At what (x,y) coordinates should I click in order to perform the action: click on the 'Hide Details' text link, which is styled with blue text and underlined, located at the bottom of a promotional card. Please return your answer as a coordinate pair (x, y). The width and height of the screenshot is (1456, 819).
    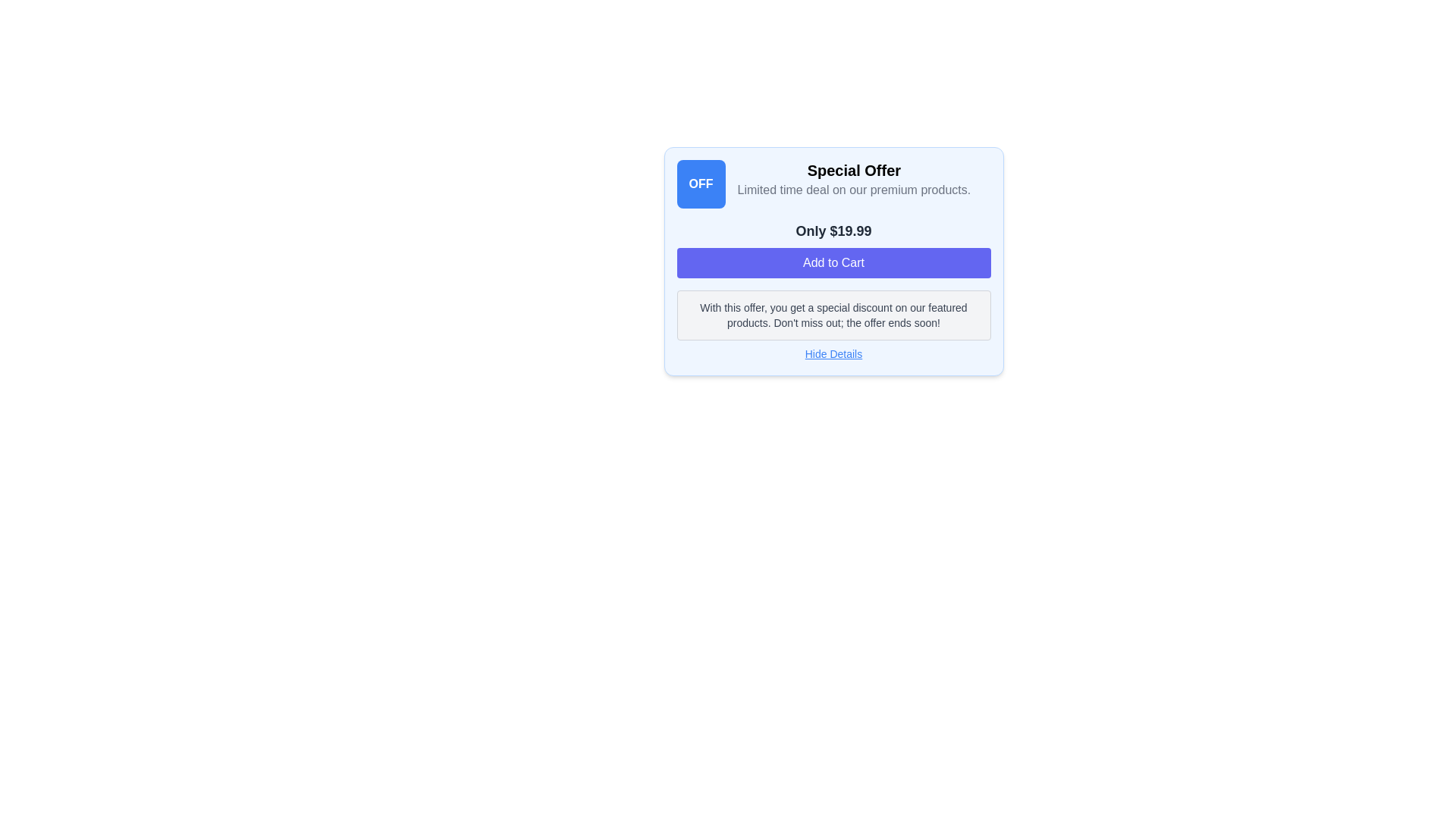
    Looking at the image, I should click on (833, 353).